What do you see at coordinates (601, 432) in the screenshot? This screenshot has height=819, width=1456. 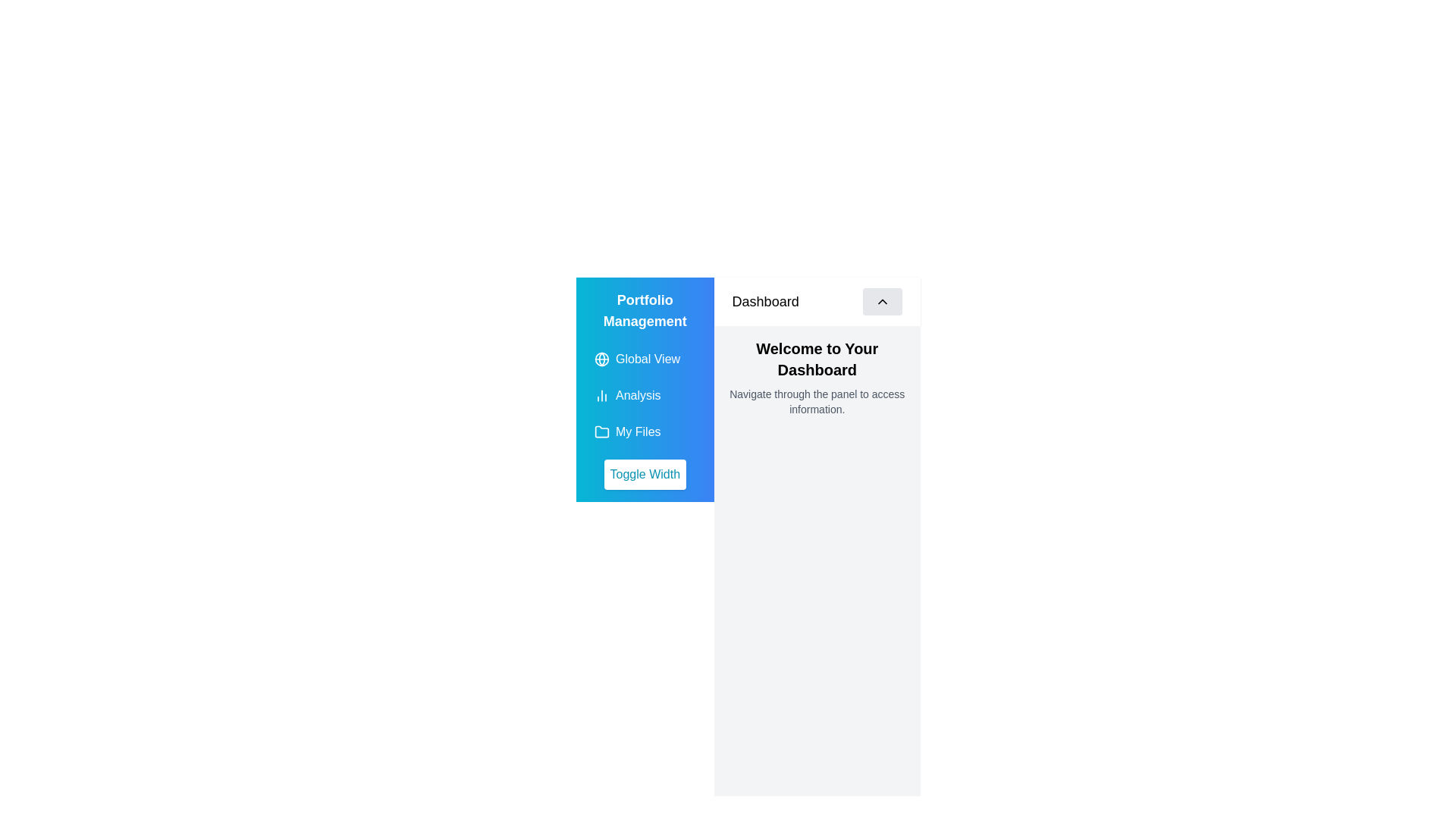 I see `the 'My Files' icon, which is located in the sidebar, adjacent to the text 'My Files', just below the 'Analysis' option` at bounding box center [601, 432].